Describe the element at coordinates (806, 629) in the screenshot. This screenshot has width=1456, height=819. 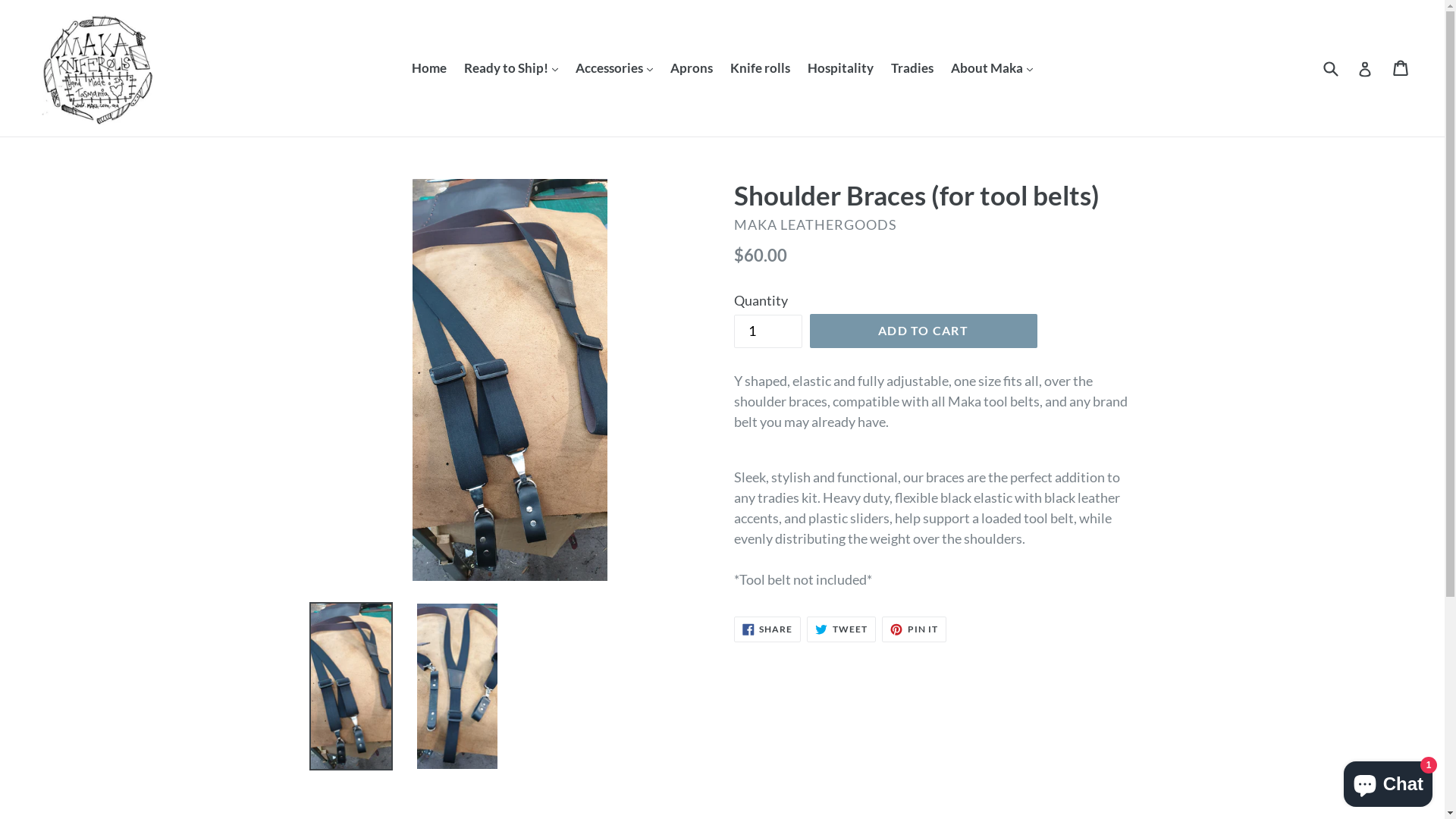
I see `'TWEET` at that location.